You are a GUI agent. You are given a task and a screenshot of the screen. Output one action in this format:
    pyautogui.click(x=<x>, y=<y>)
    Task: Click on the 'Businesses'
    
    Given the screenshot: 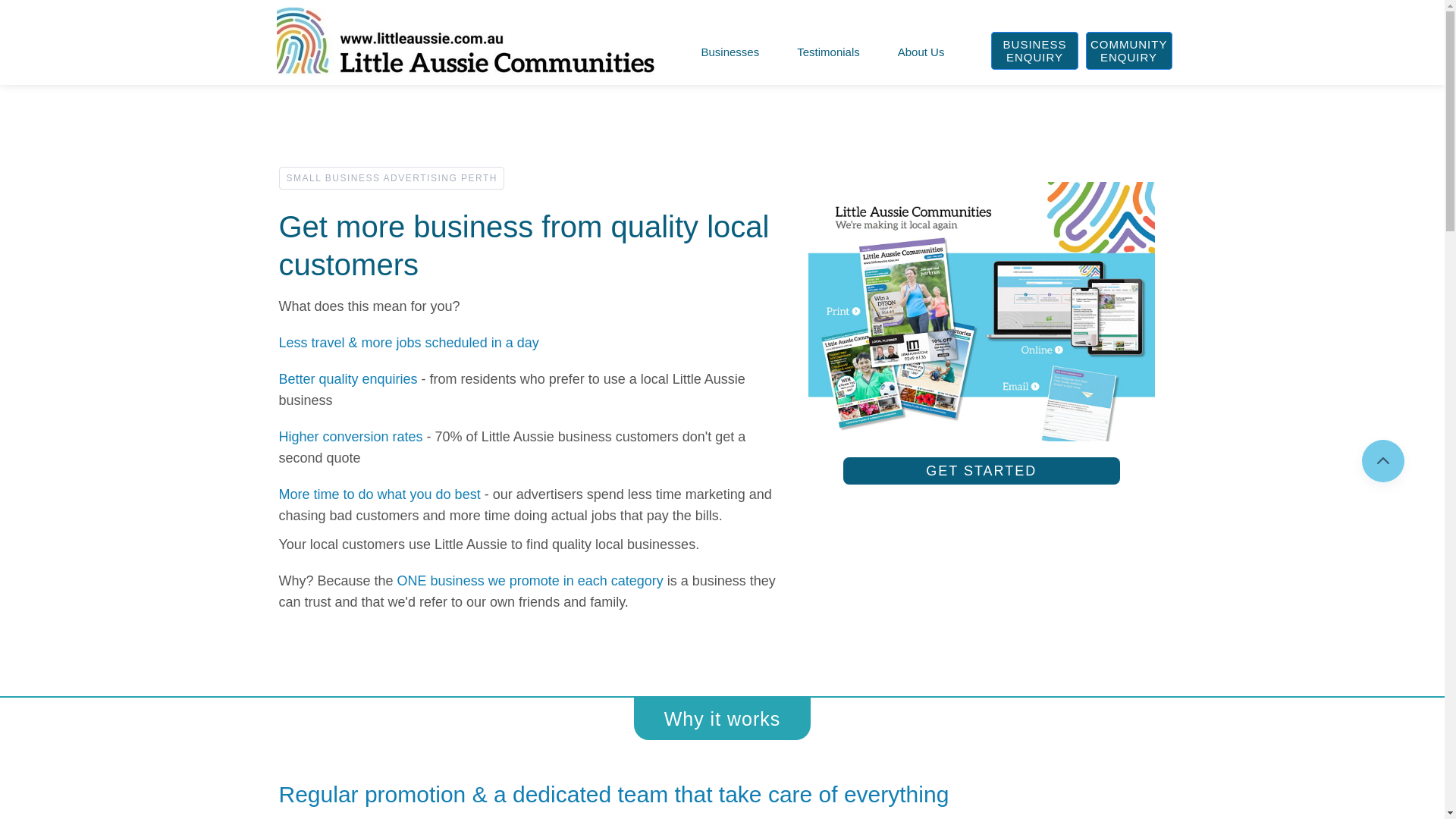 What is the action you would take?
    pyautogui.click(x=730, y=52)
    